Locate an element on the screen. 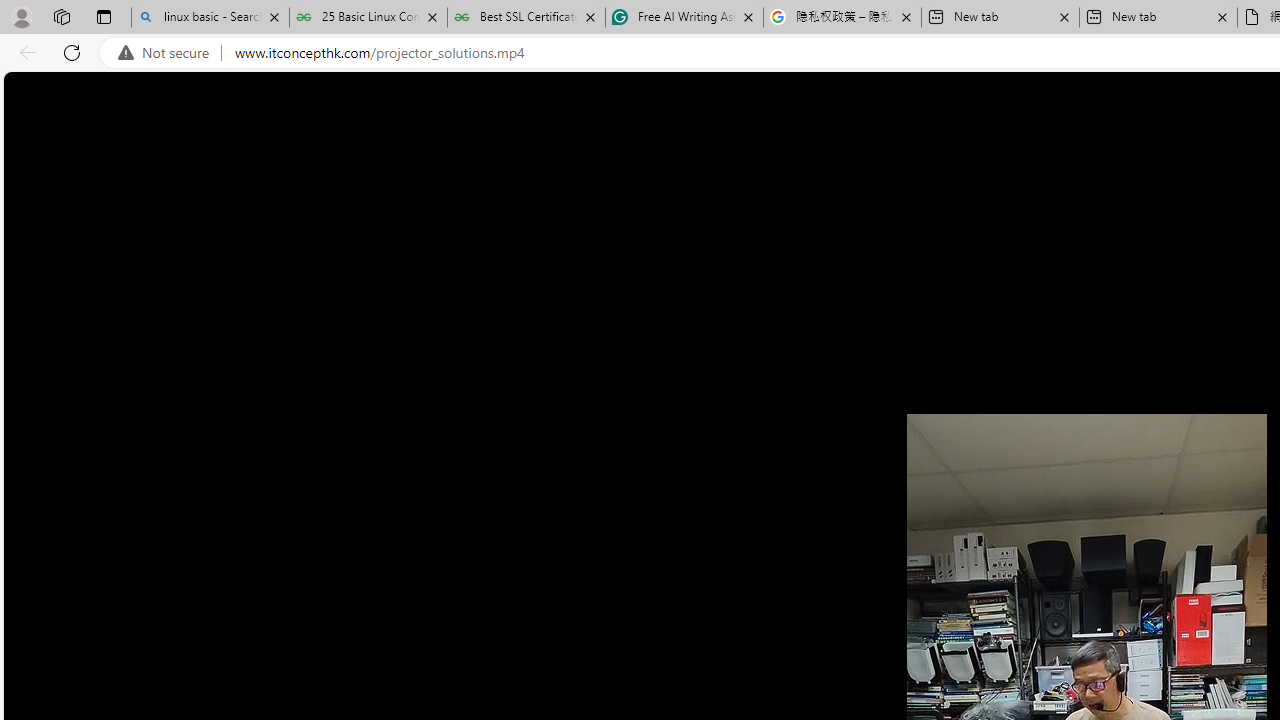 This screenshot has height=720, width=1280. '25 Basic Linux Commands For Beginners - GeeksforGeeks' is located at coordinates (368, 17).